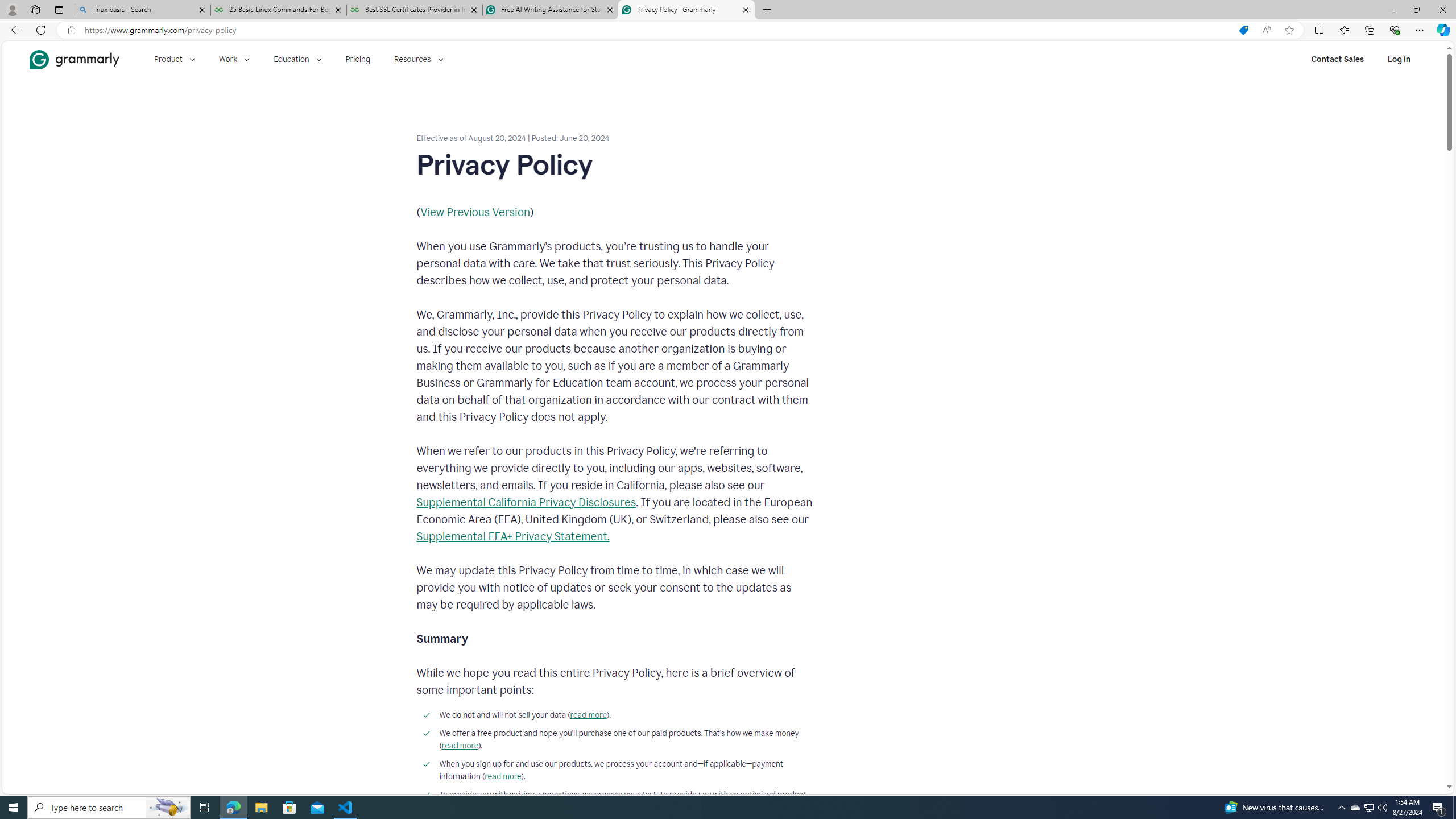 The width and height of the screenshot is (1456, 819). Describe the element at coordinates (234, 59) in the screenshot. I see `'Work'` at that location.